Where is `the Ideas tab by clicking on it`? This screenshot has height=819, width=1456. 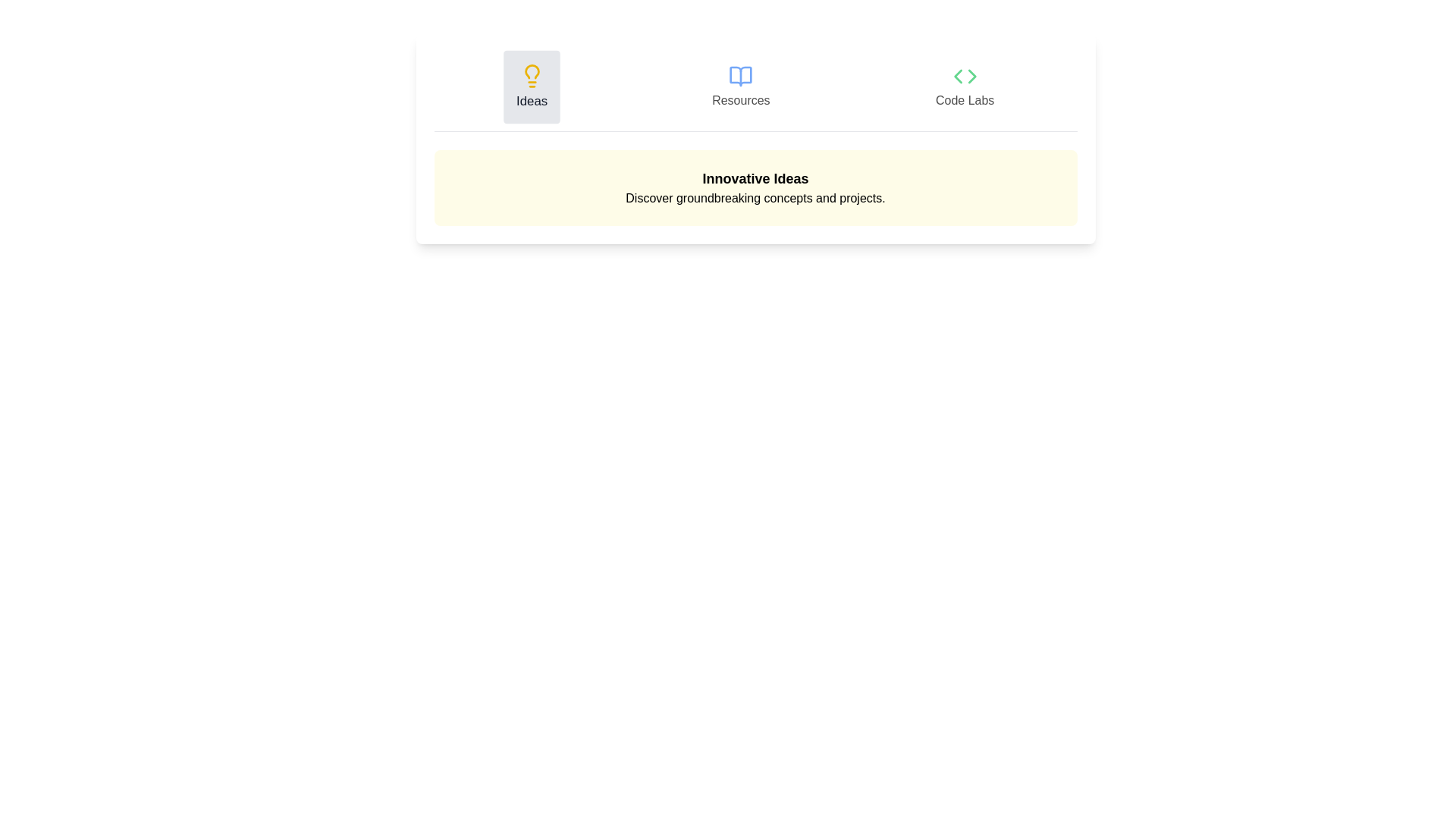
the Ideas tab by clicking on it is located at coordinates (531, 87).